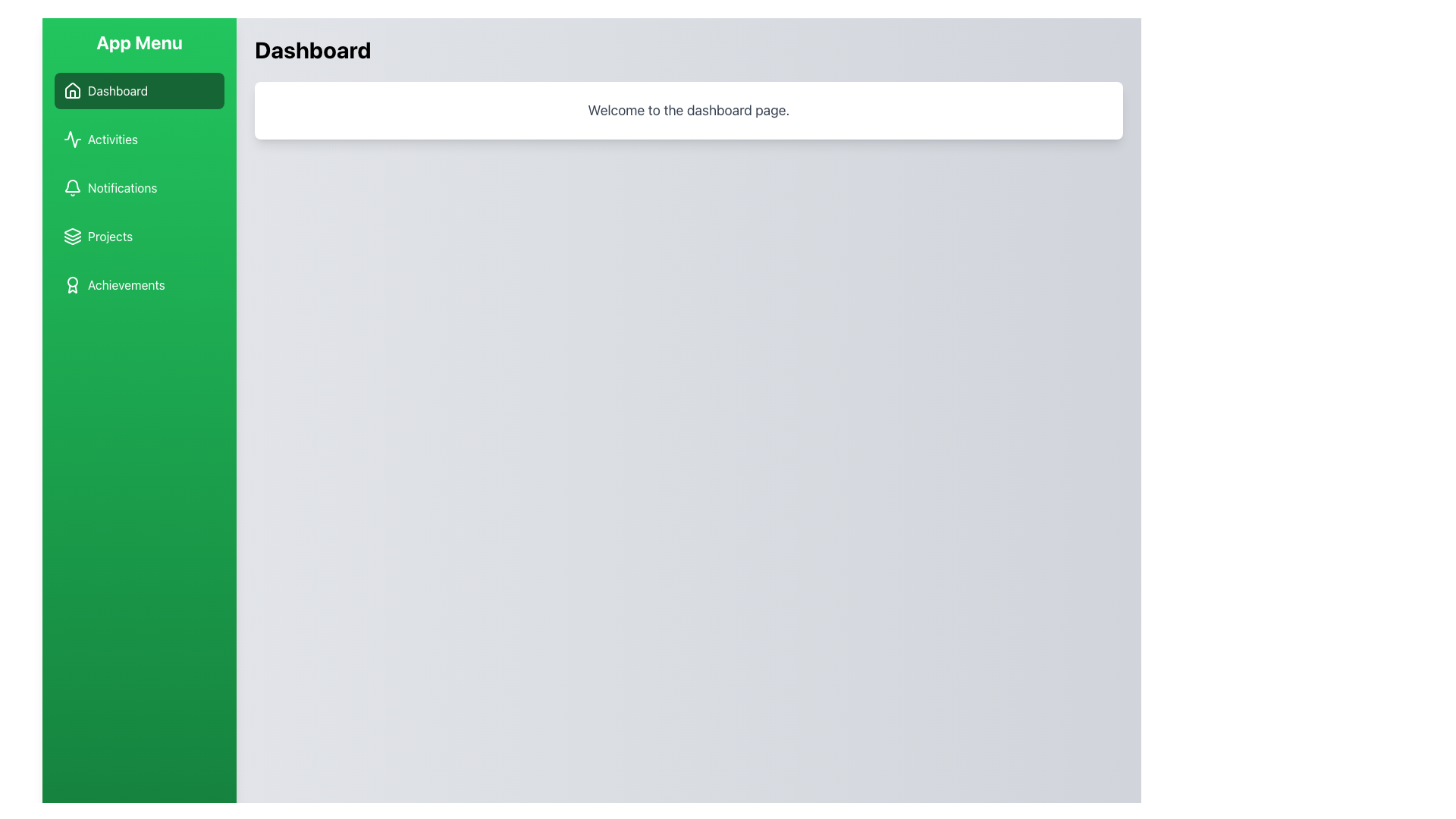  Describe the element at coordinates (139, 90) in the screenshot. I see `the green navigation button labeled 'Dashboard' with a house icon` at that location.